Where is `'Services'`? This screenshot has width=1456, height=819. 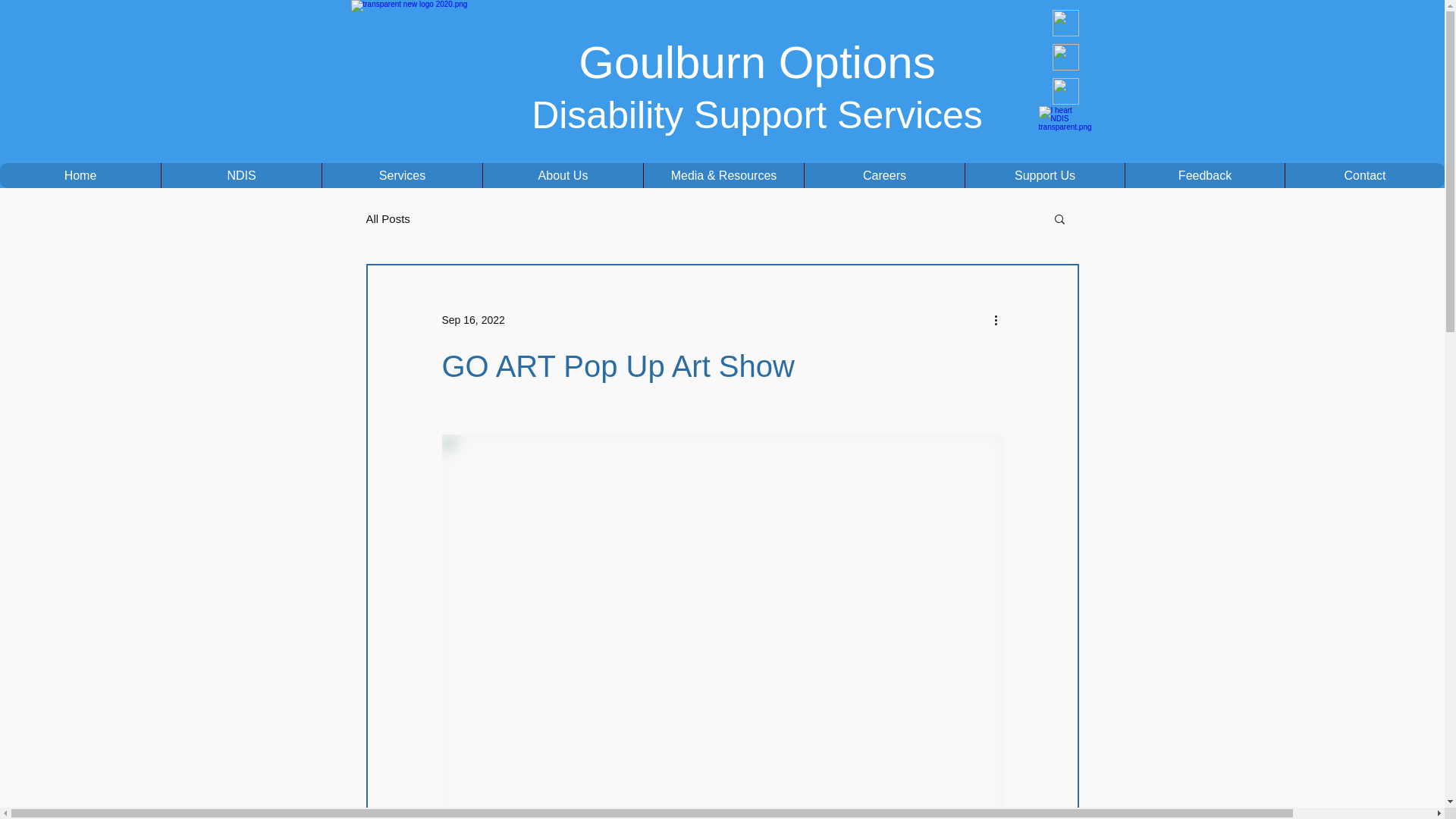
'Services' is located at coordinates (401, 174).